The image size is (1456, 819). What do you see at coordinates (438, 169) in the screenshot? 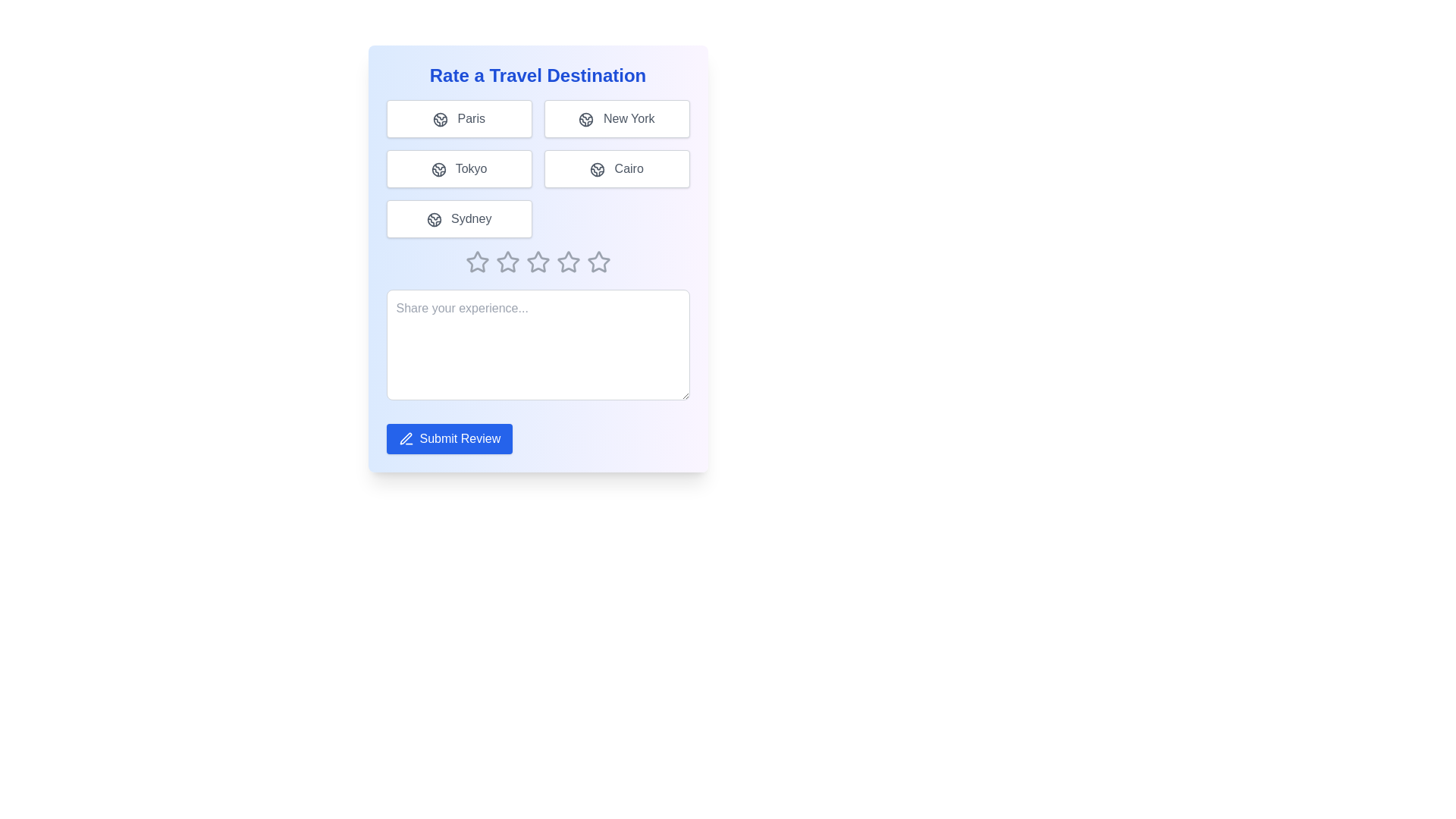
I see `the globe icon located to the left of the text labeled 'Tokyo'` at bounding box center [438, 169].